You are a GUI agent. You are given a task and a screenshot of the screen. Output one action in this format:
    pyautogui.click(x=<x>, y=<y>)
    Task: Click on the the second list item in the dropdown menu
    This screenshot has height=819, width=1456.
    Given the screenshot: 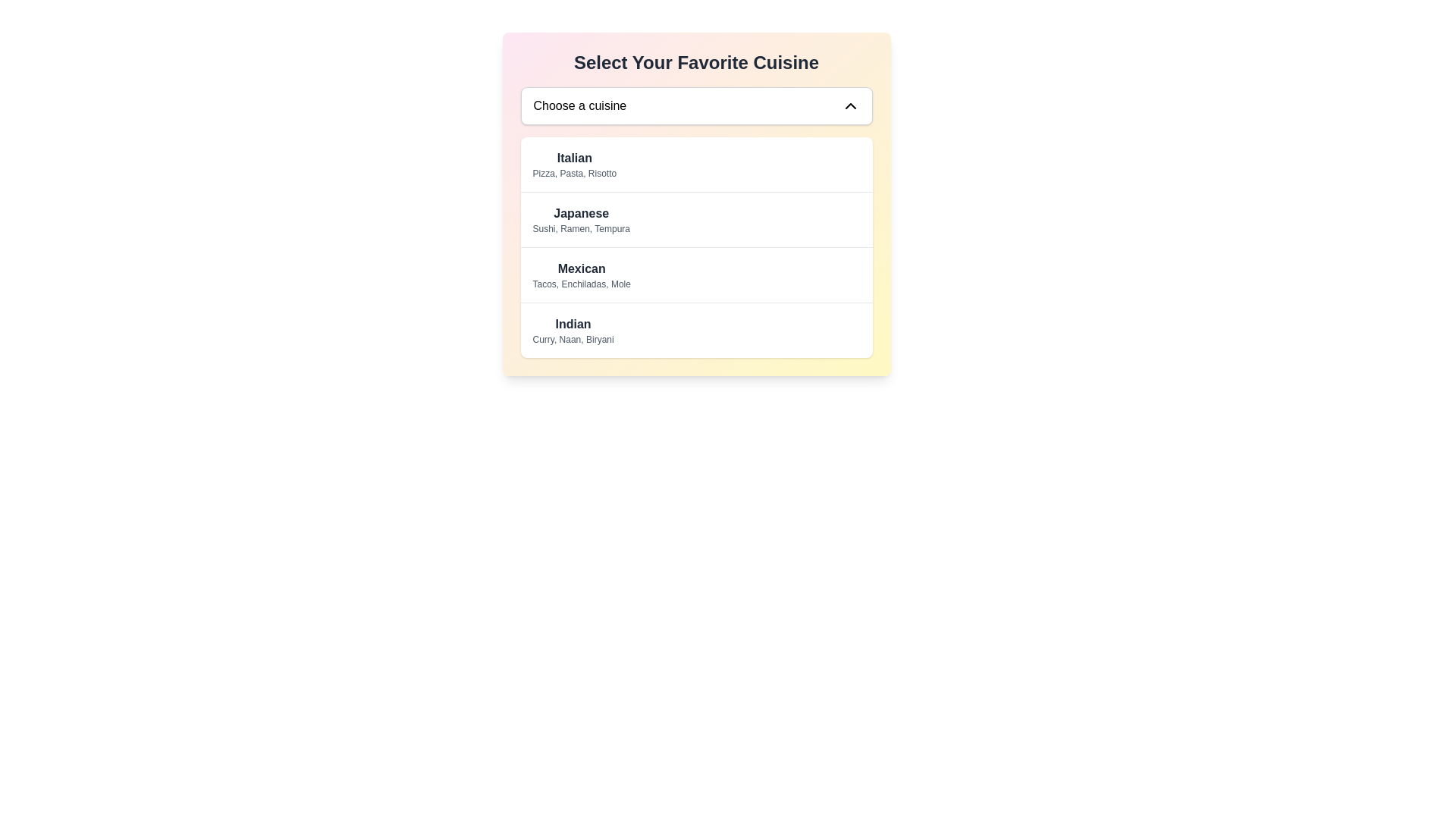 What is the action you would take?
    pyautogui.click(x=695, y=203)
    